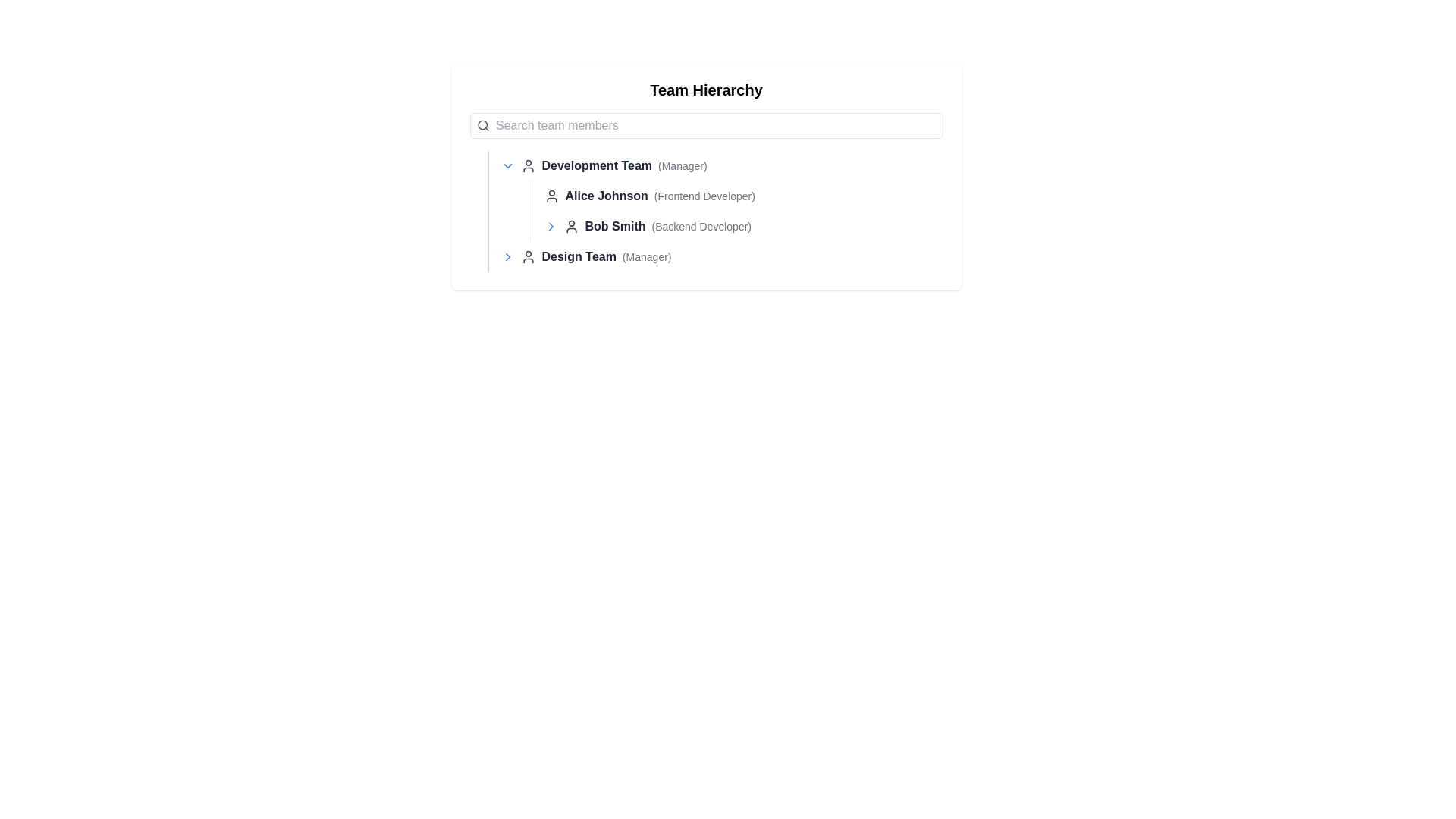  Describe the element at coordinates (737, 195) in the screenshot. I see `the list item displaying 'Alice Johnson (Frontend Developer)' to highlight it` at that location.